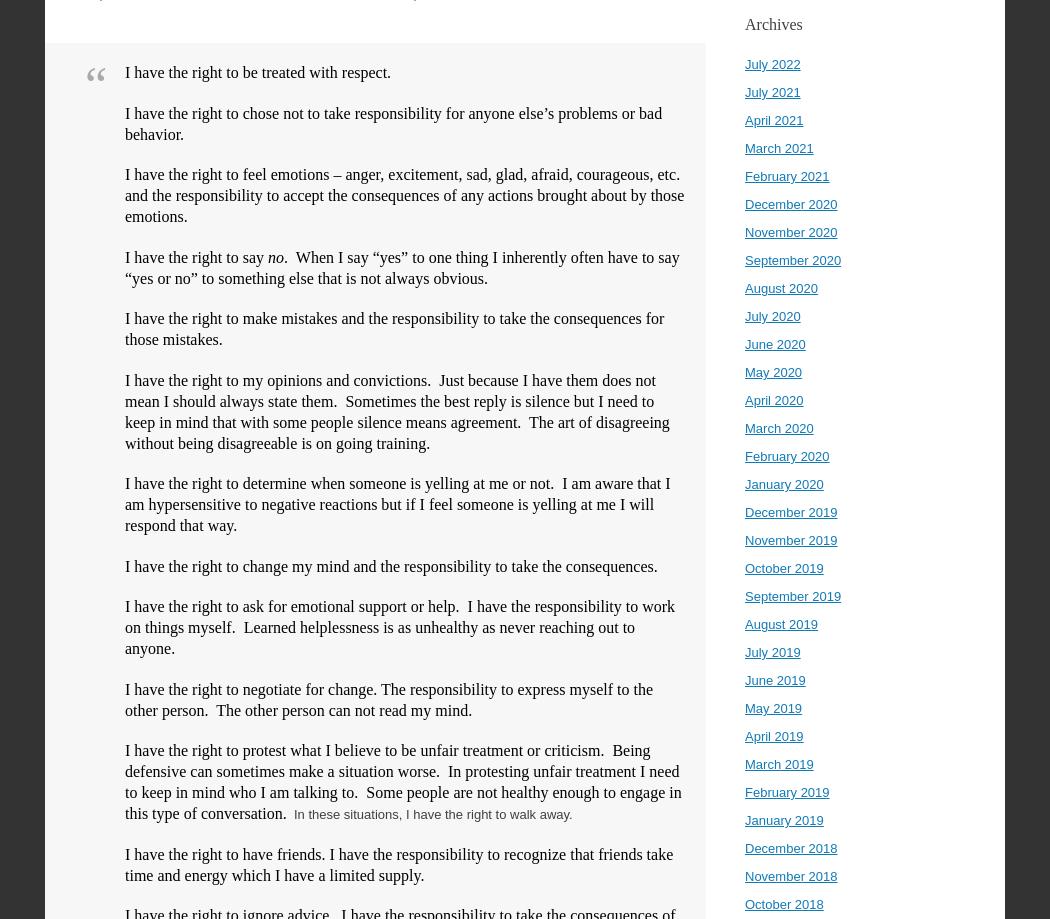  Describe the element at coordinates (402, 266) in the screenshot. I see `'.  When I say “yes” to one thing I inherently often have to say “yes or no” to something else that is not always obvious.'` at that location.